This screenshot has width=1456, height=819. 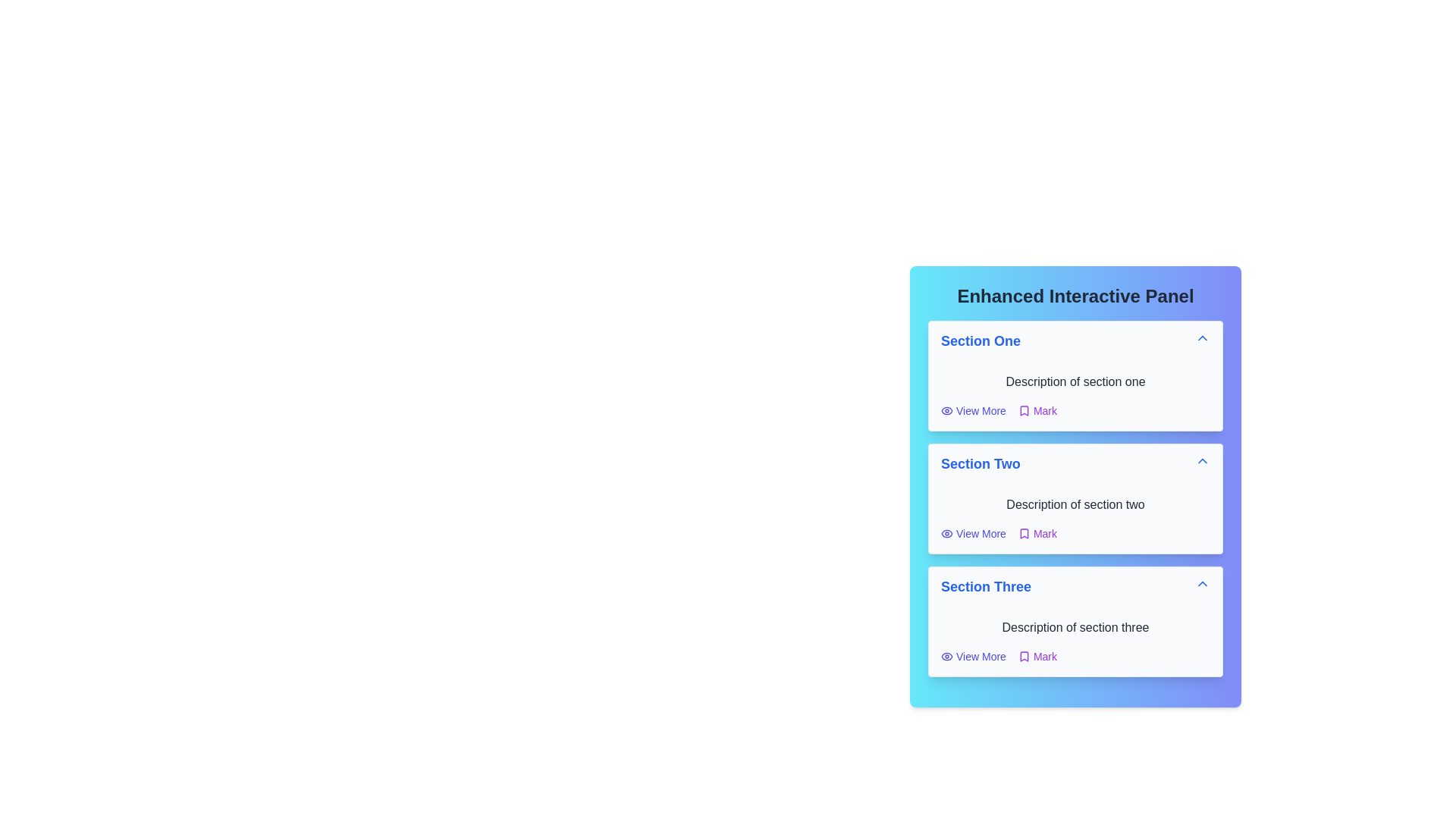 What do you see at coordinates (1201, 337) in the screenshot?
I see `the chevron-up icon located at the top-right corner of the 'Section One' header` at bounding box center [1201, 337].